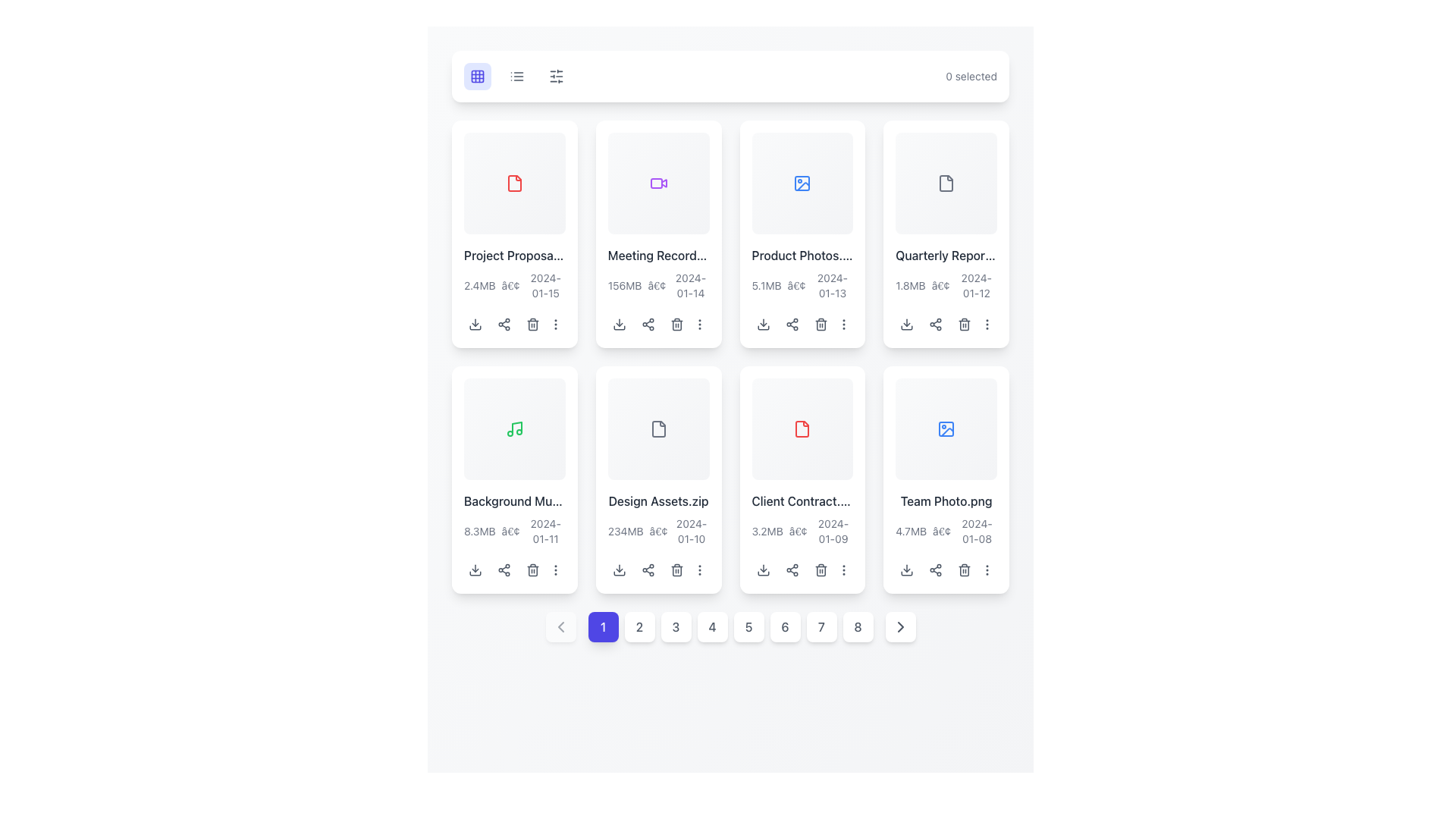  Describe the element at coordinates (514, 182) in the screenshot. I see `the document icon representing 'Project Proposal.pdf' located in the top-left corner of the grid layout` at that location.